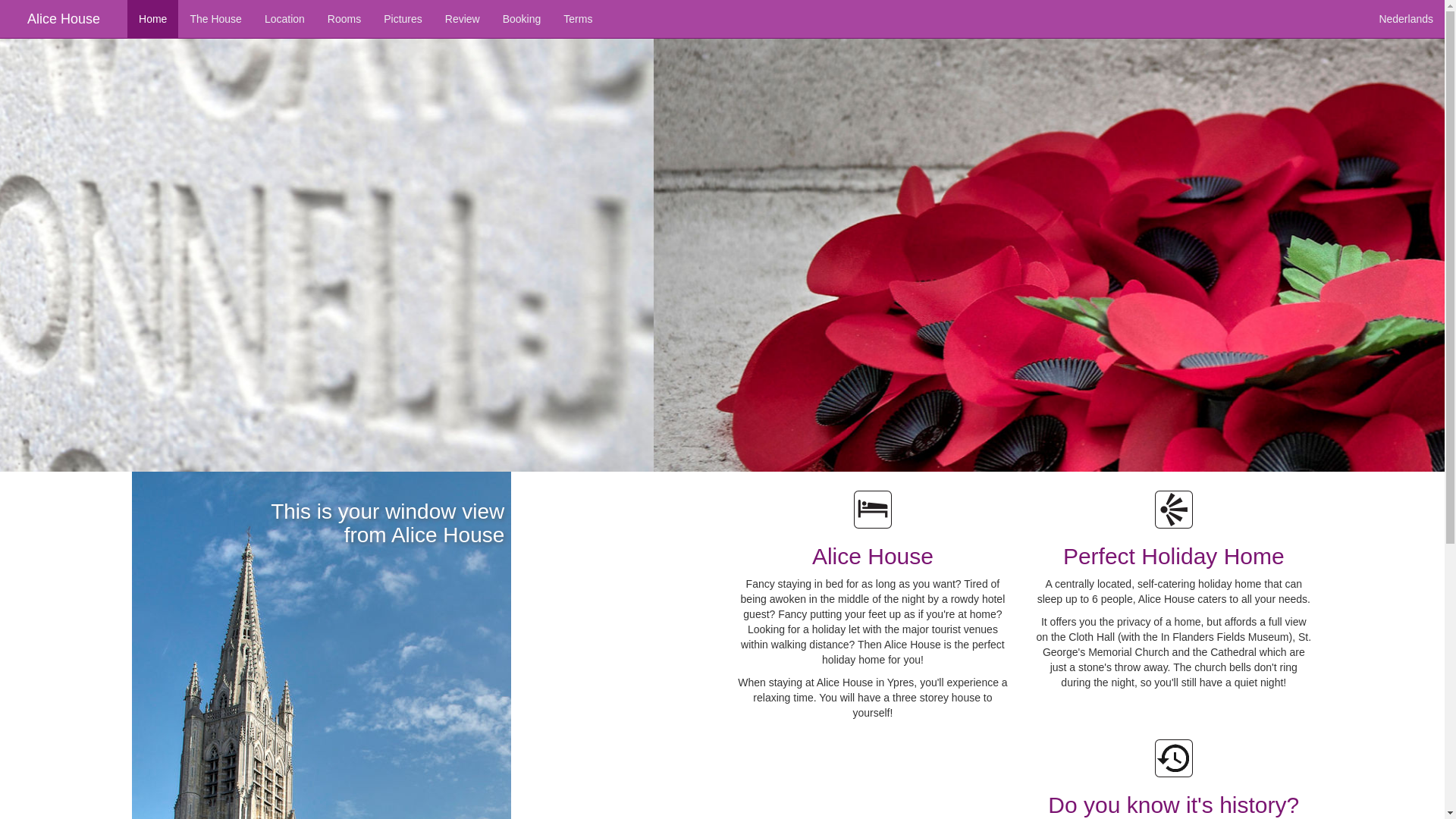 This screenshot has width=1456, height=819. What do you see at coordinates (1404, 18) in the screenshot?
I see `'Nederlands'` at bounding box center [1404, 18].